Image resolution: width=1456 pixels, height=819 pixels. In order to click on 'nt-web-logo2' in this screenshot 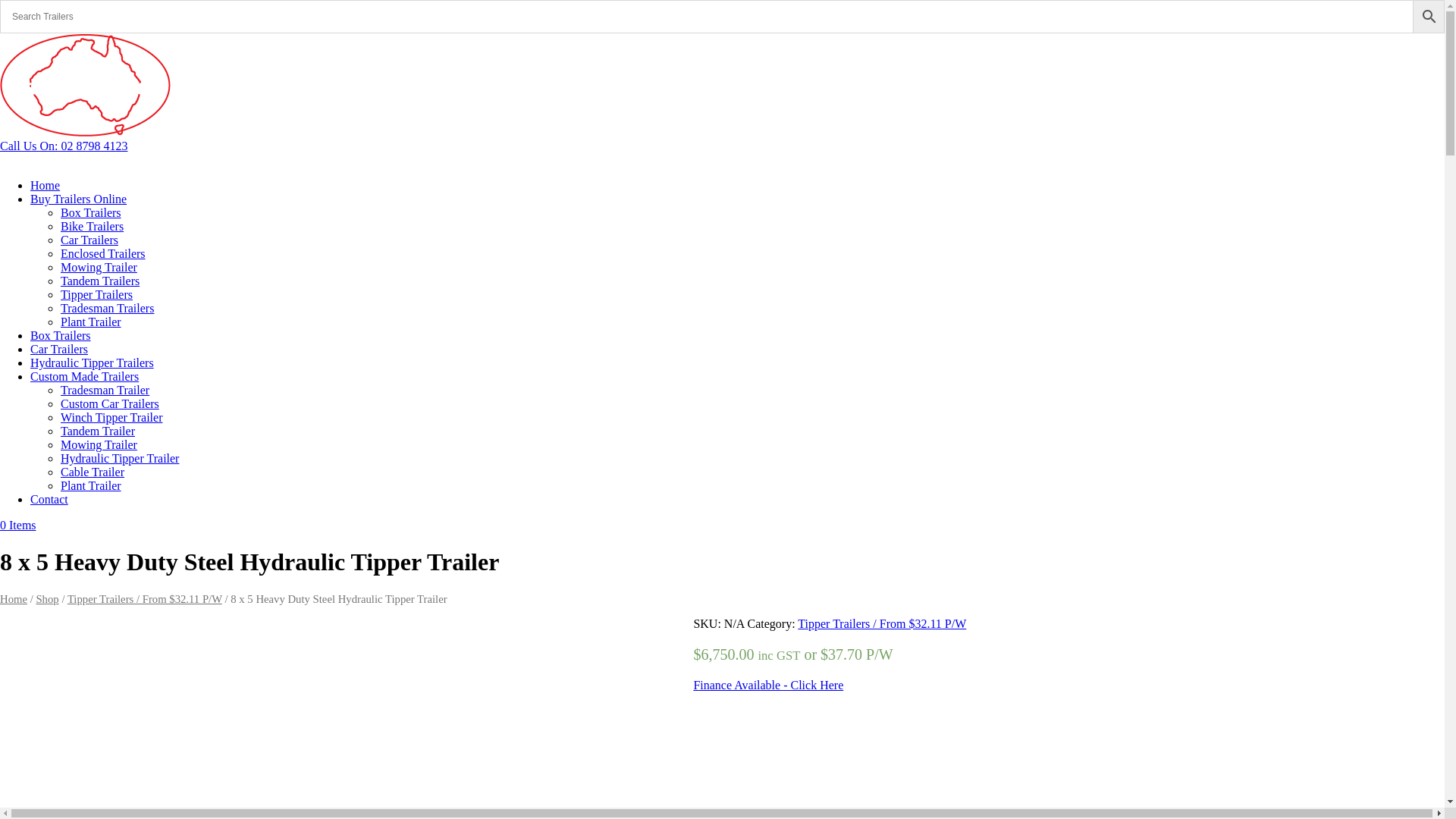, I will do `click(0, 84)`.